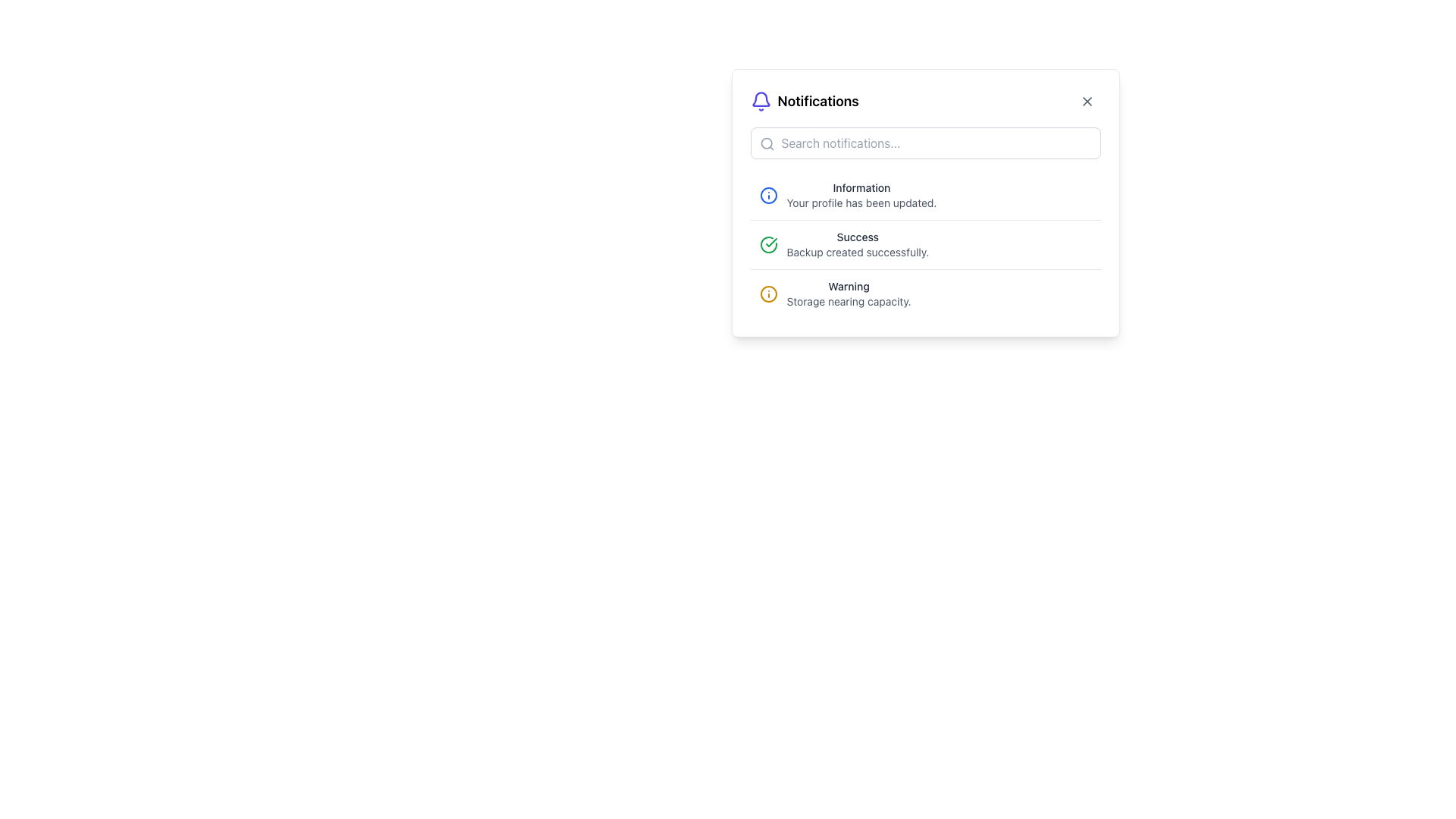 The height and width of the screenshot is (819, 1456). What do you see at coordinates (761, 99) in the screenshot?
I see `the bell icon representing notifications, located prominently near the top left corner of the Notifications panel` at bounding box center [761, 99].